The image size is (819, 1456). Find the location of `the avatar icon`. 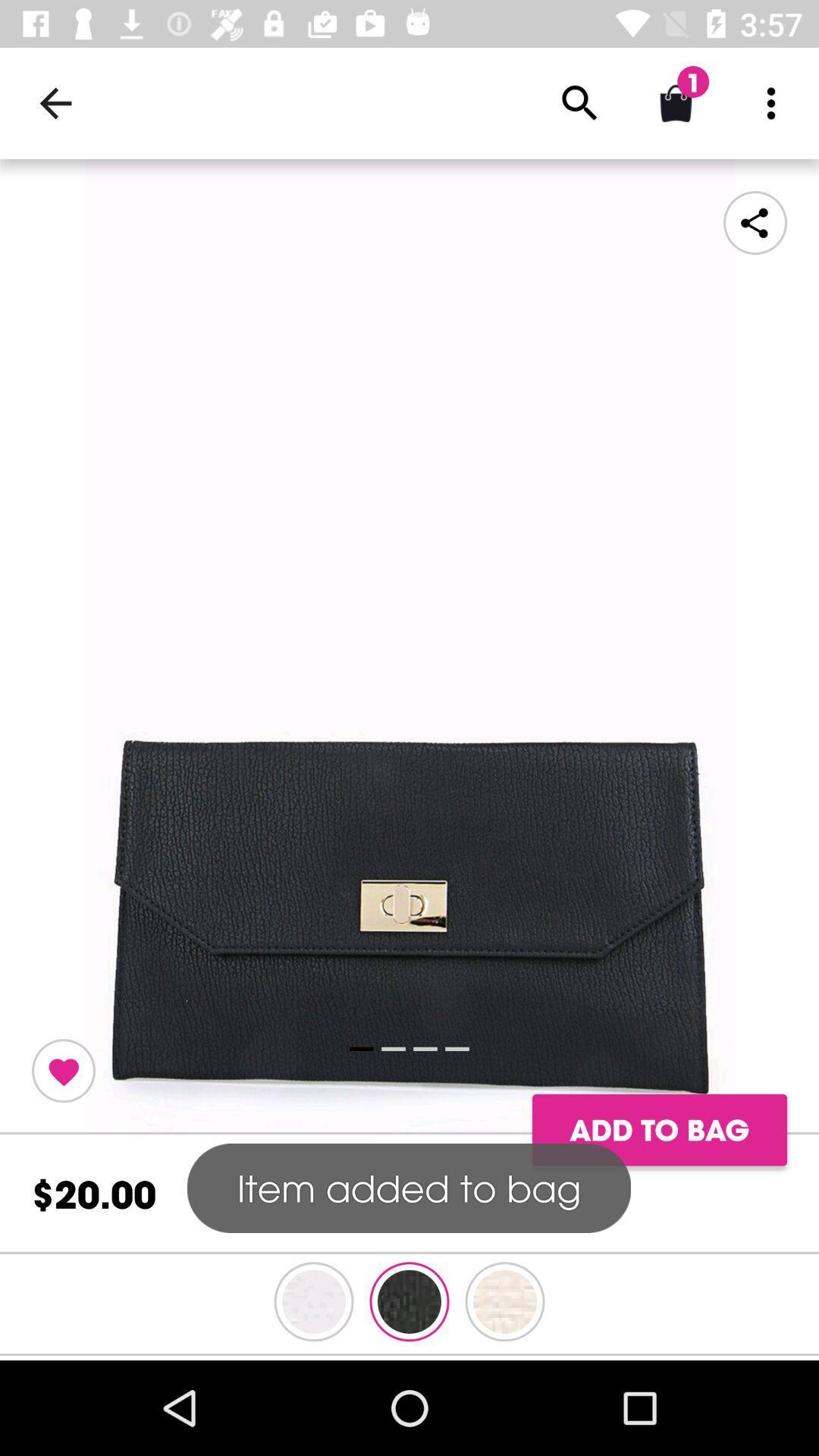

the avatar icon is located at coordinates (505, 1301).